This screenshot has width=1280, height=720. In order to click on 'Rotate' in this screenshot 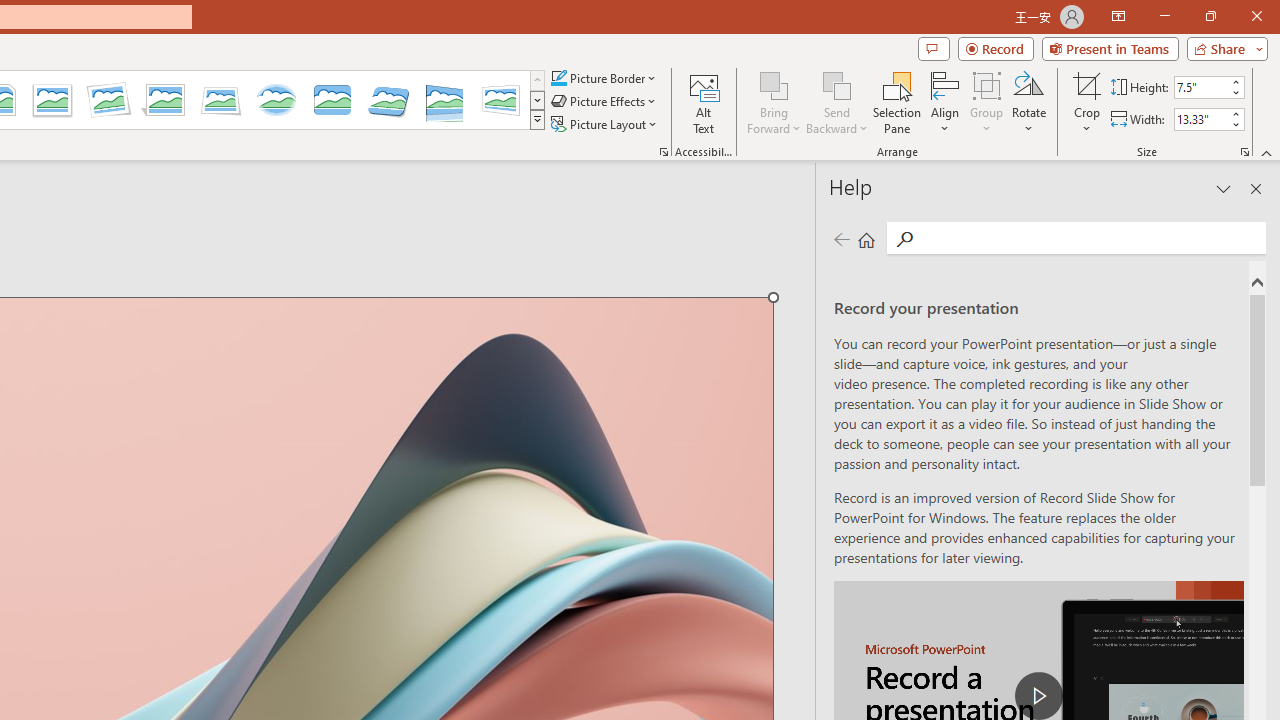, I will do `click(1029, 103)`.